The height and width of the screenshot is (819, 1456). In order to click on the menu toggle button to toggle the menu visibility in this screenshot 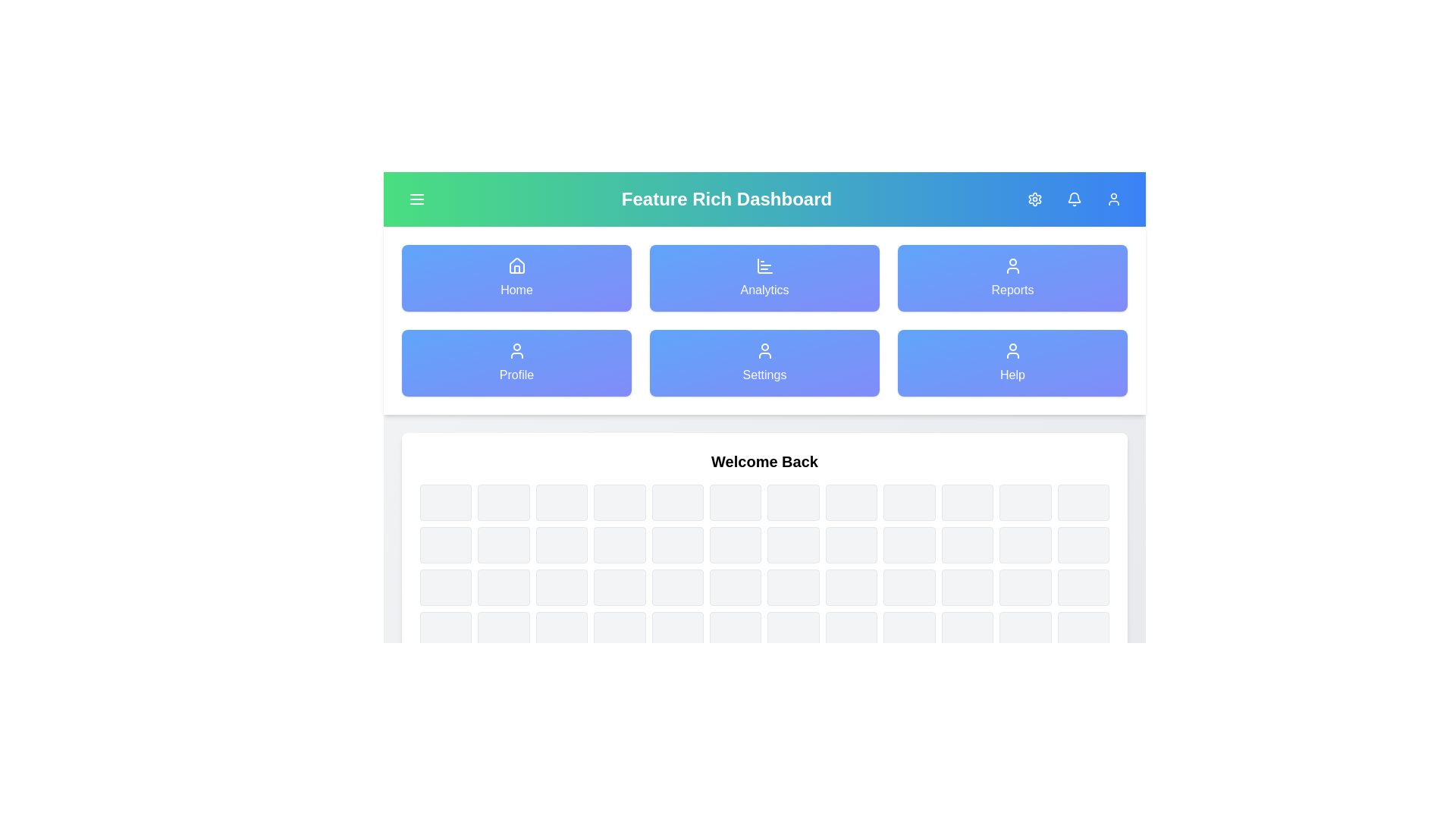, I will do `click(417, 198)`.